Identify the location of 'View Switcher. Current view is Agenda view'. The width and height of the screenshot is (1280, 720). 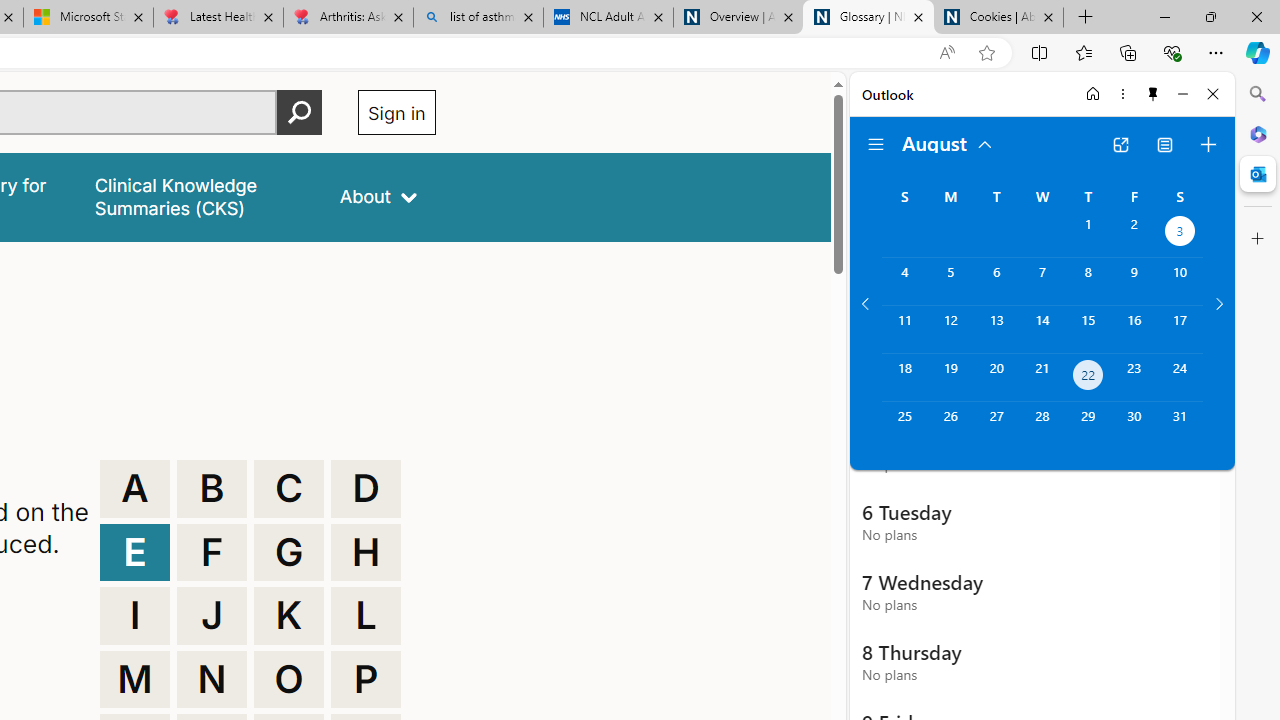
(1165, 144).